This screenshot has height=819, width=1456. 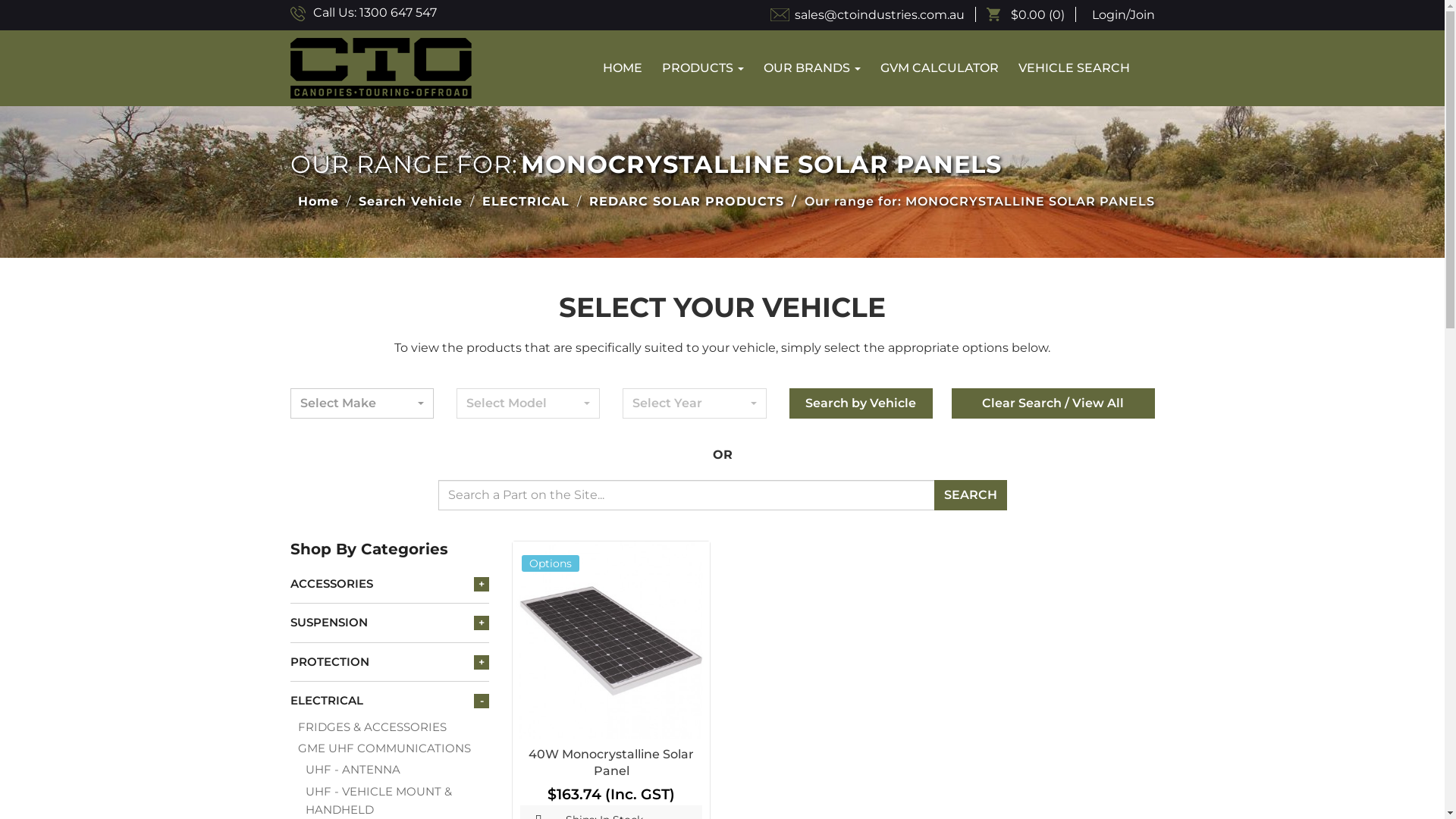 What do you see at coordinates (397, 12) in the screenshot?
I see `'1300 647 547'` at bounding box center [397, 12].